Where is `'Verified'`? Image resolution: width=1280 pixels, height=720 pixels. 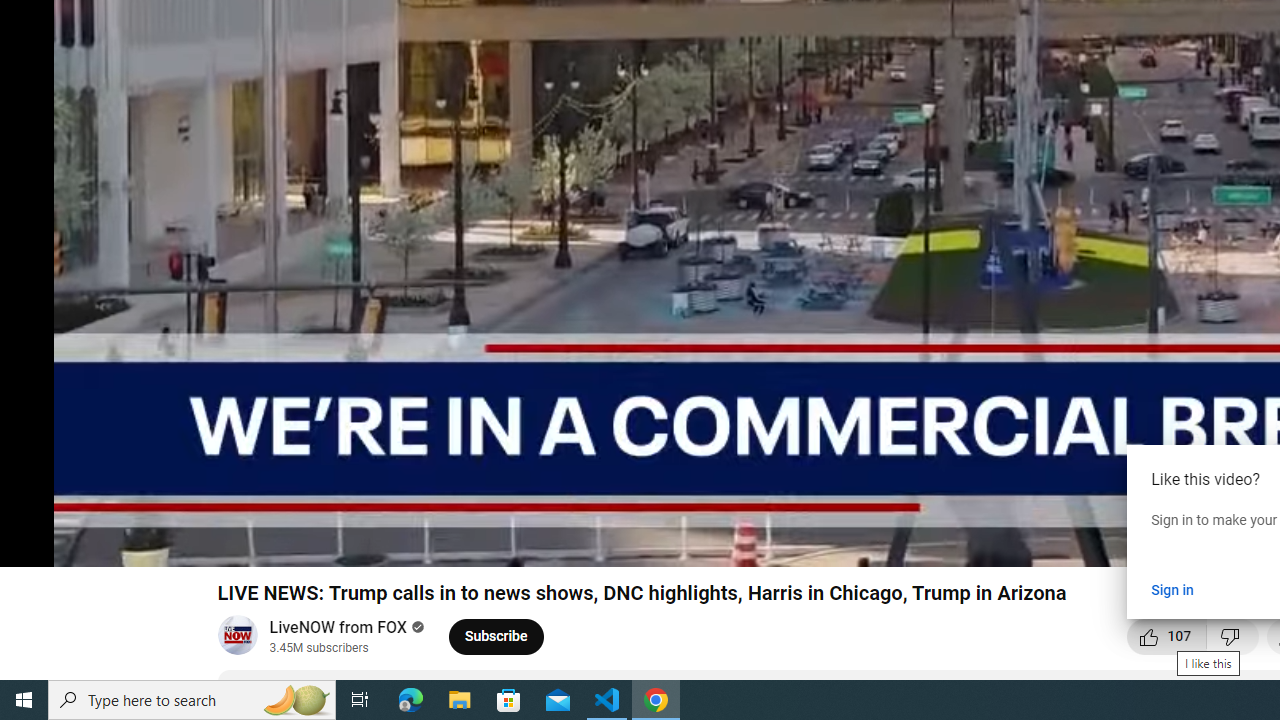 'Verified' is located at coordinates (414, 626).